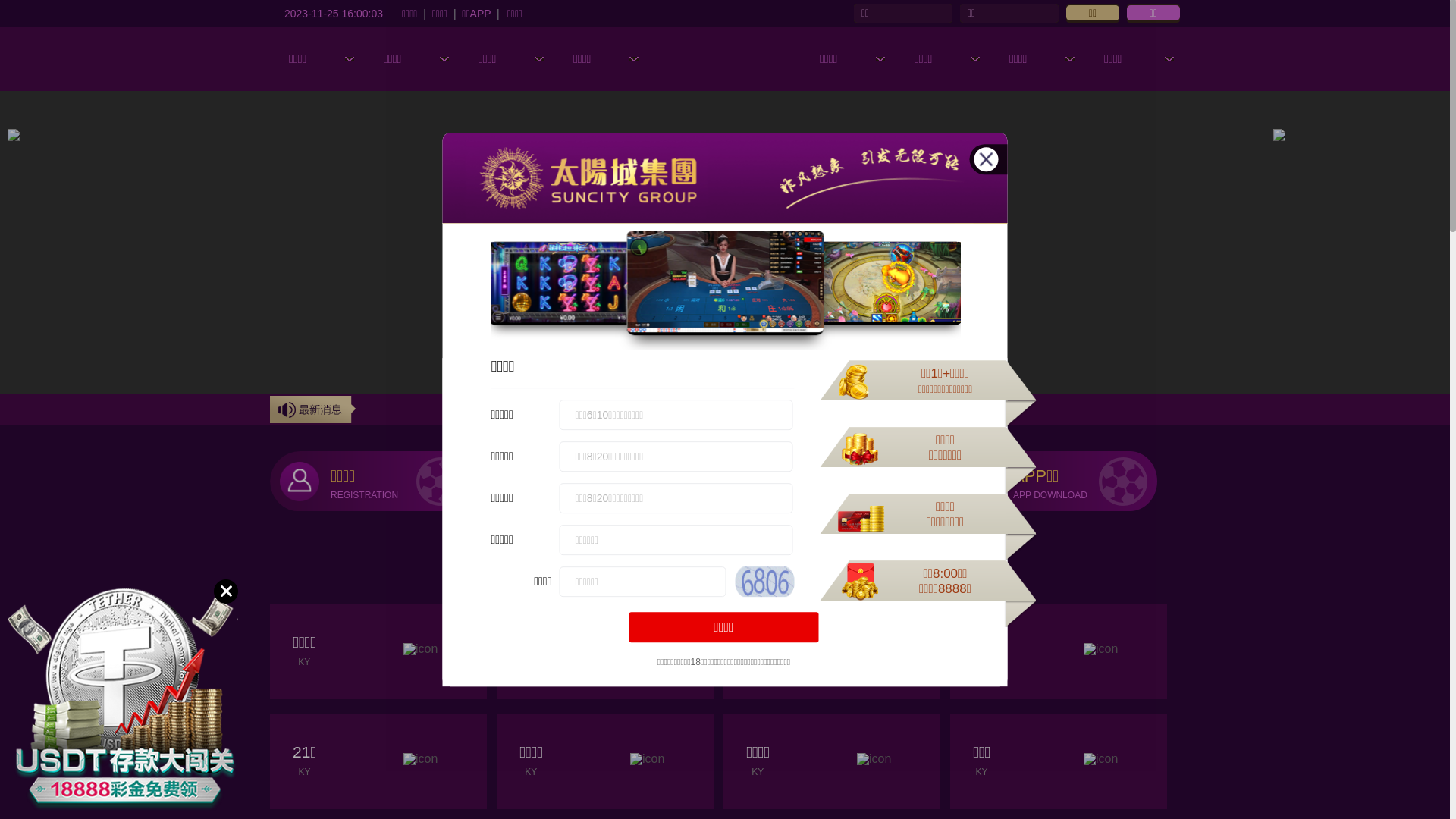 The width and height of the screenshot is (1456, 819). I want to click on '2023-11-25 16:00:02', so click(333, 12).